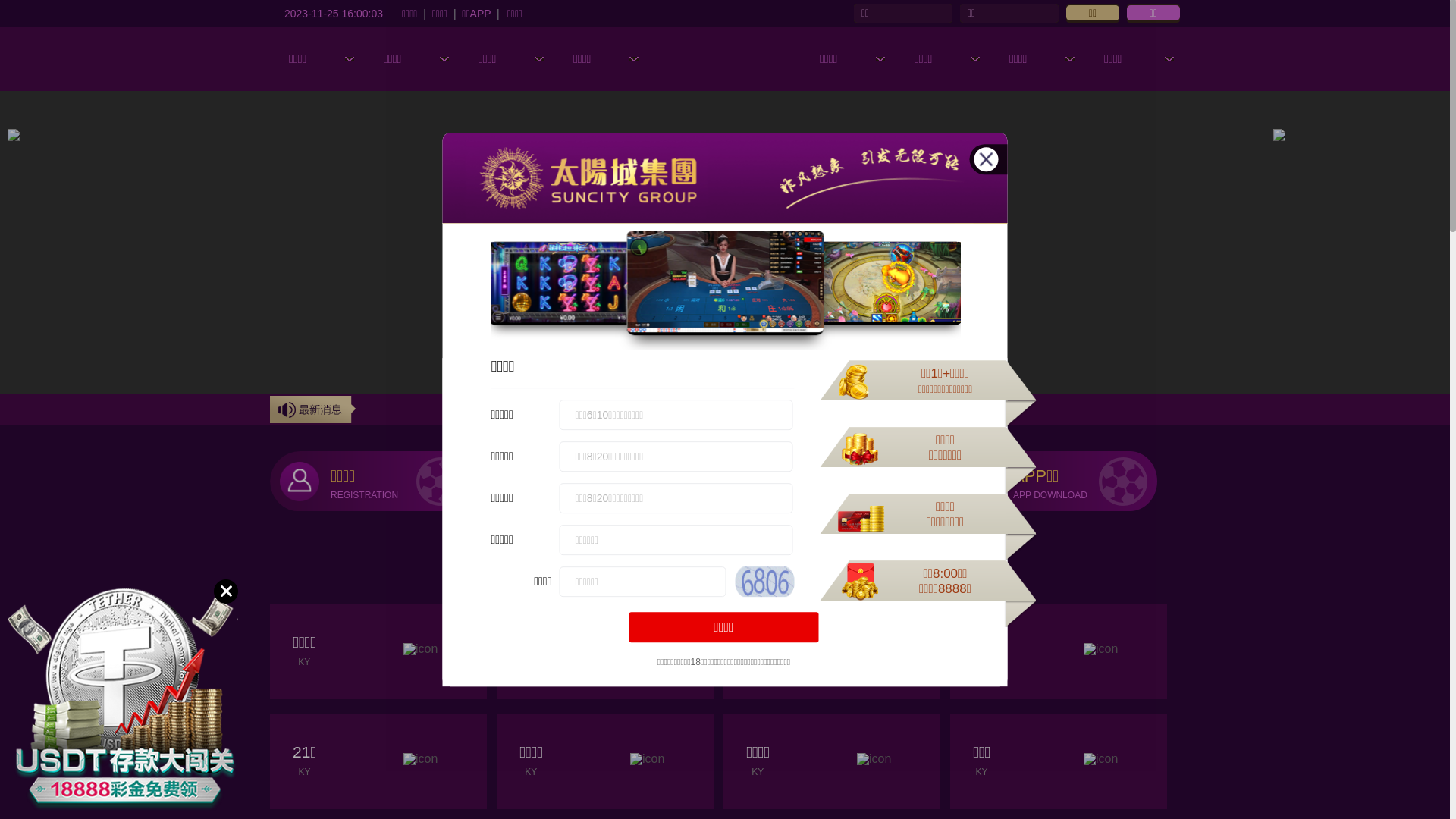 The width and height of the screenshot is (1456, 819). I want to click on '2023-11-25 16:00:02', so click(333, 12).